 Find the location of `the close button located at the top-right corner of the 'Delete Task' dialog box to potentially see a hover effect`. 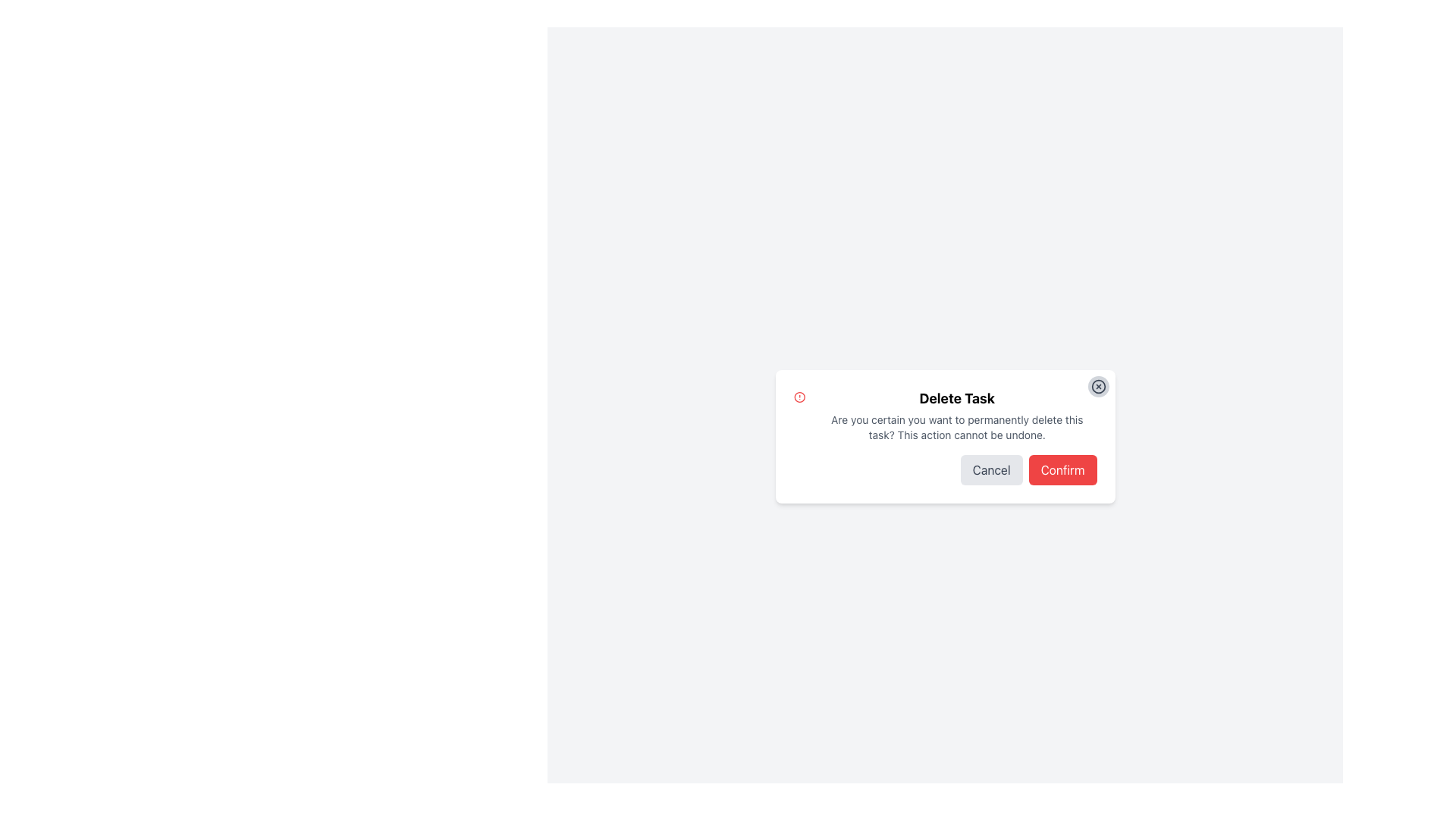

the close button located at the top-right corner of the 'Delete Task' dialog box to potentially see a hover effect is located at coordinates (1098, 385).